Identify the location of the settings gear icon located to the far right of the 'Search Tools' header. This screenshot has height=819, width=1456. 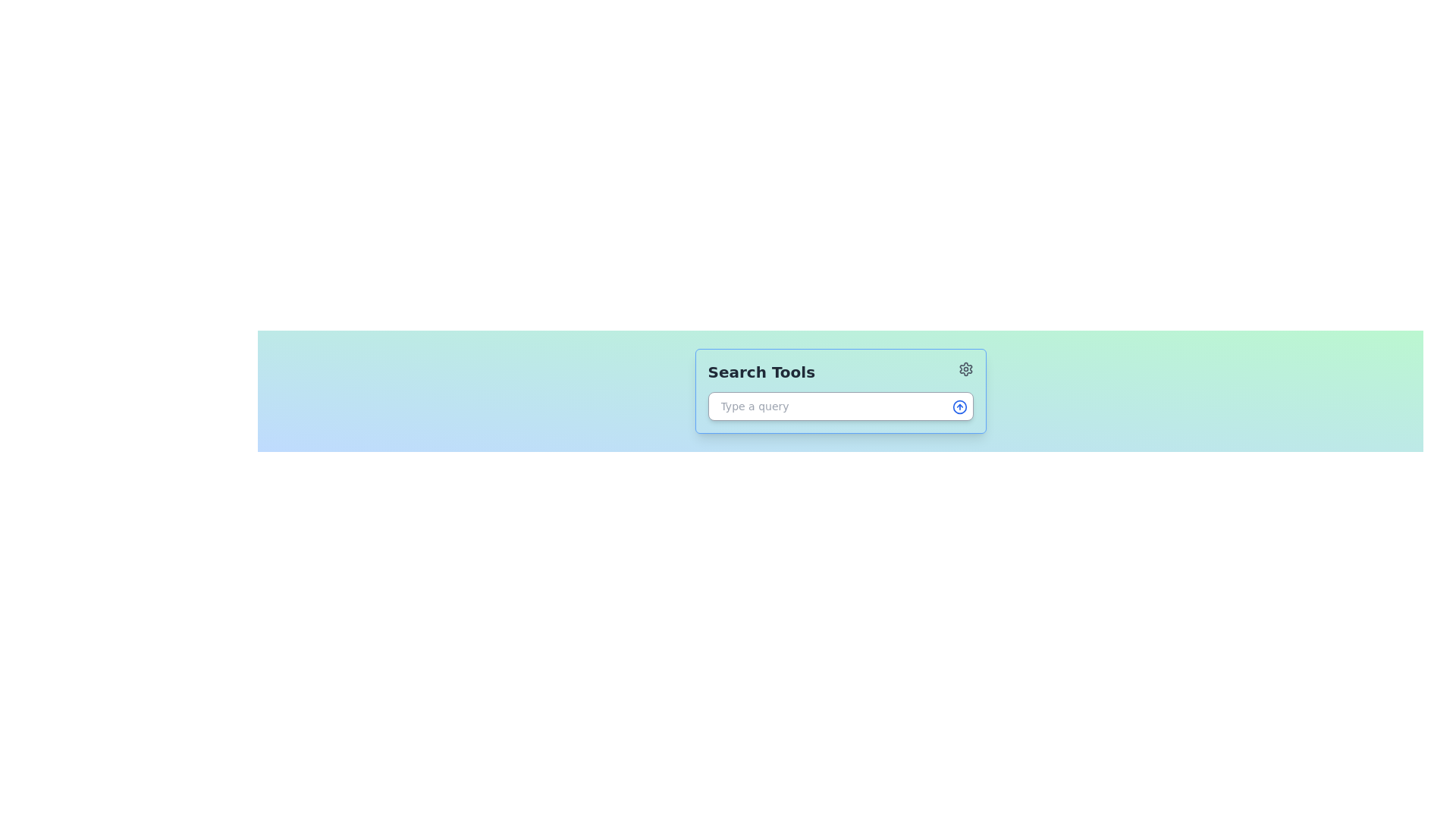
(965, 369).